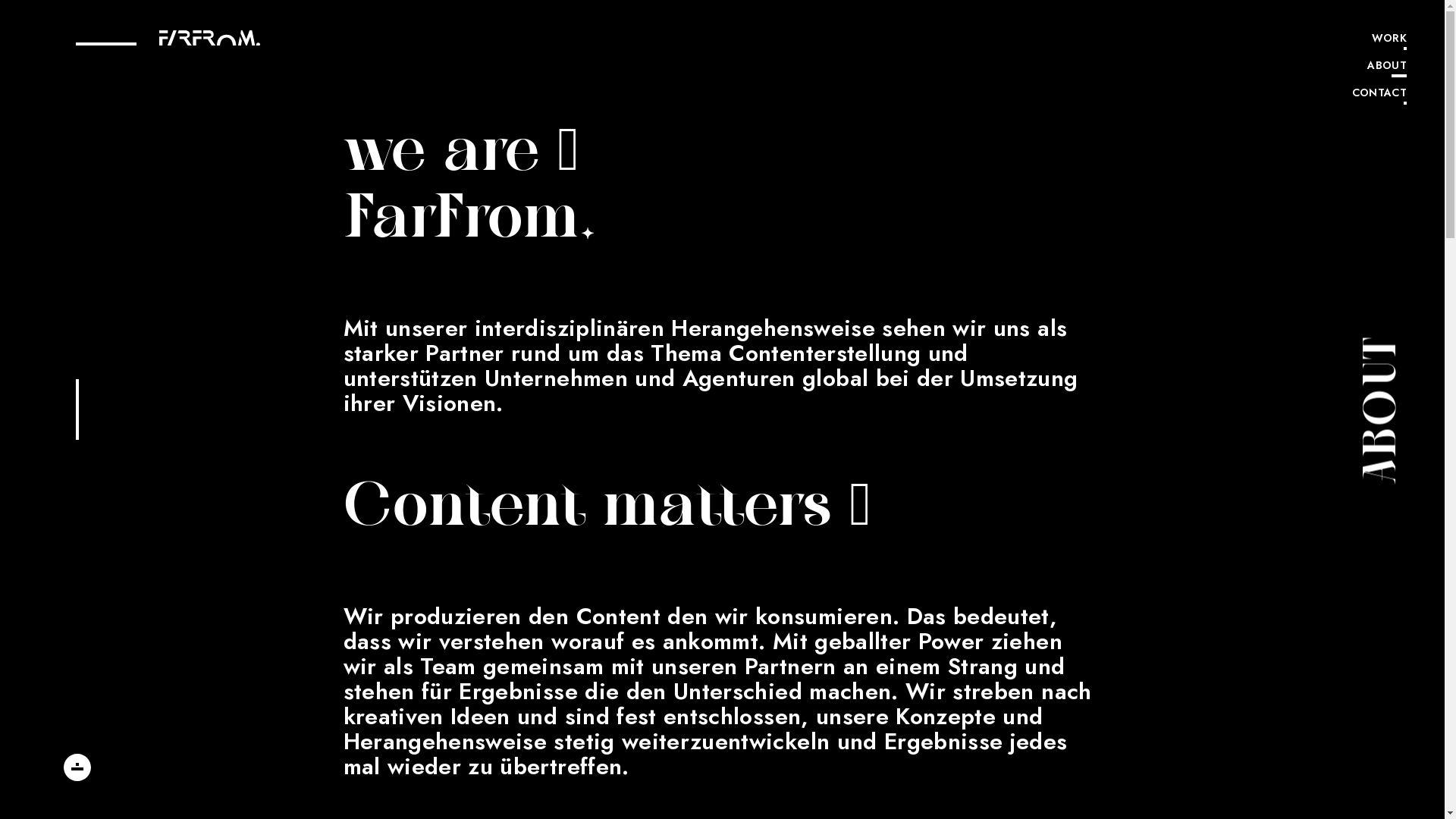 Image resolution: width=1456 pixels, height=819 pixels. I want to click on 'ABOUT', so click(1379, 66).